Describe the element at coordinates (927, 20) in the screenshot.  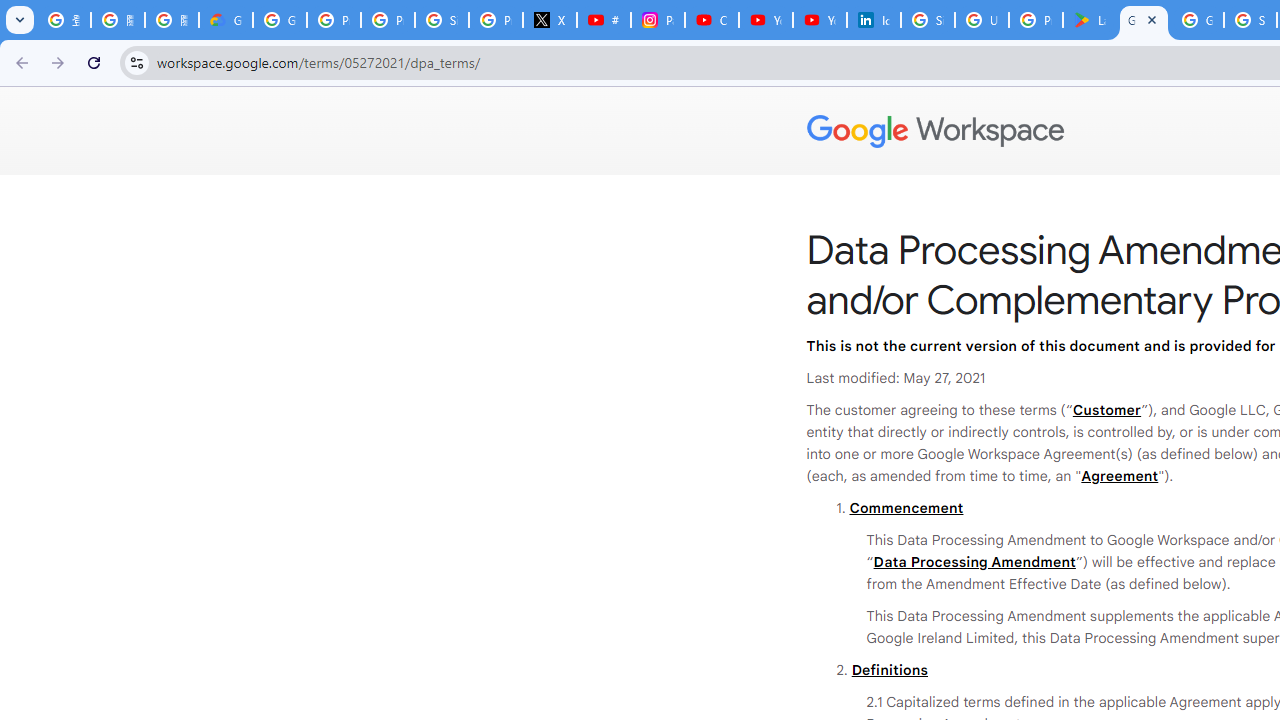
I see `'Sign in - Google Accounts'` at that location.